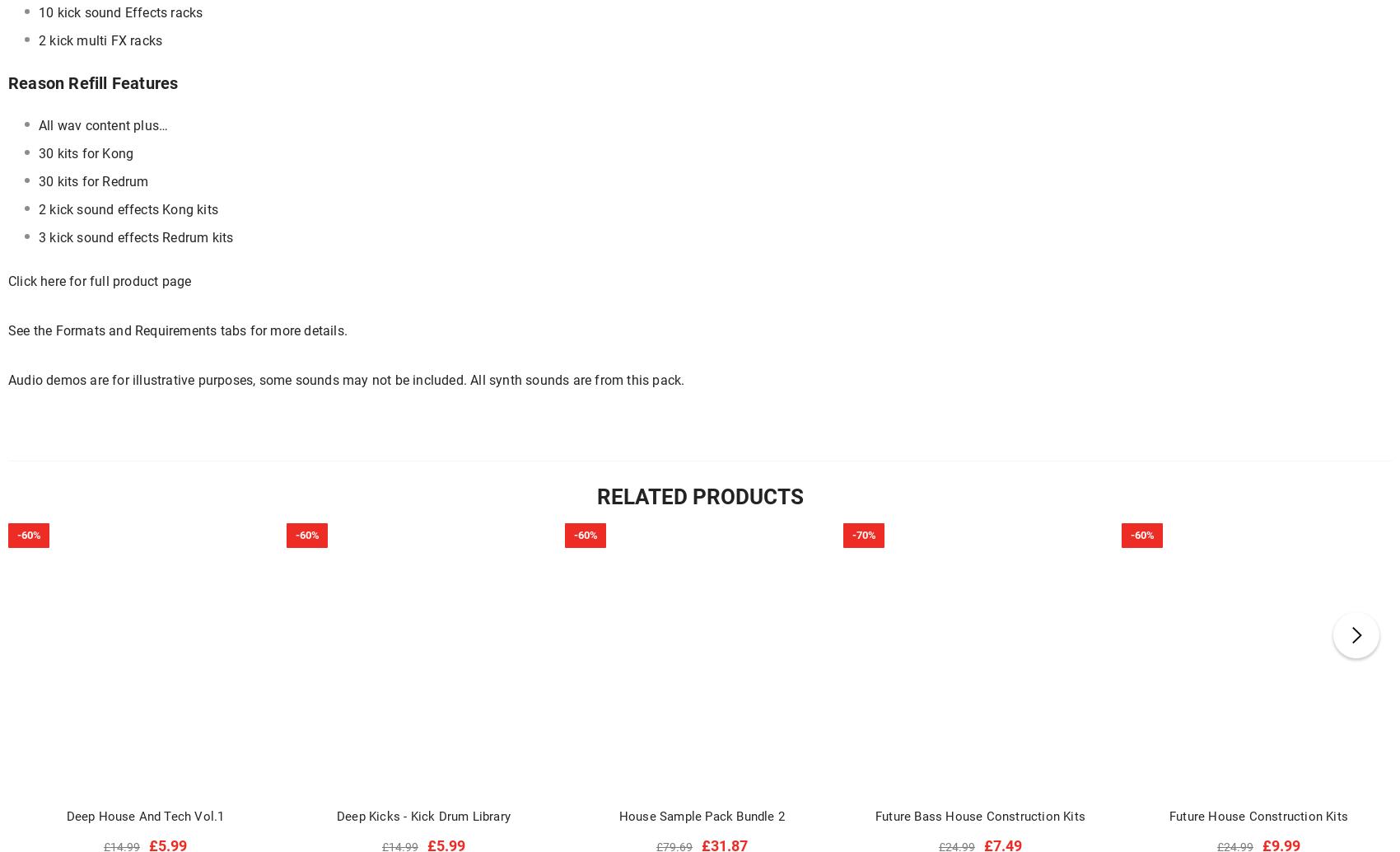  What do you see at coordinates (92, 83) in the screenshot?
I see `'Reason Refill Features'` at bounding box center [92, 83].